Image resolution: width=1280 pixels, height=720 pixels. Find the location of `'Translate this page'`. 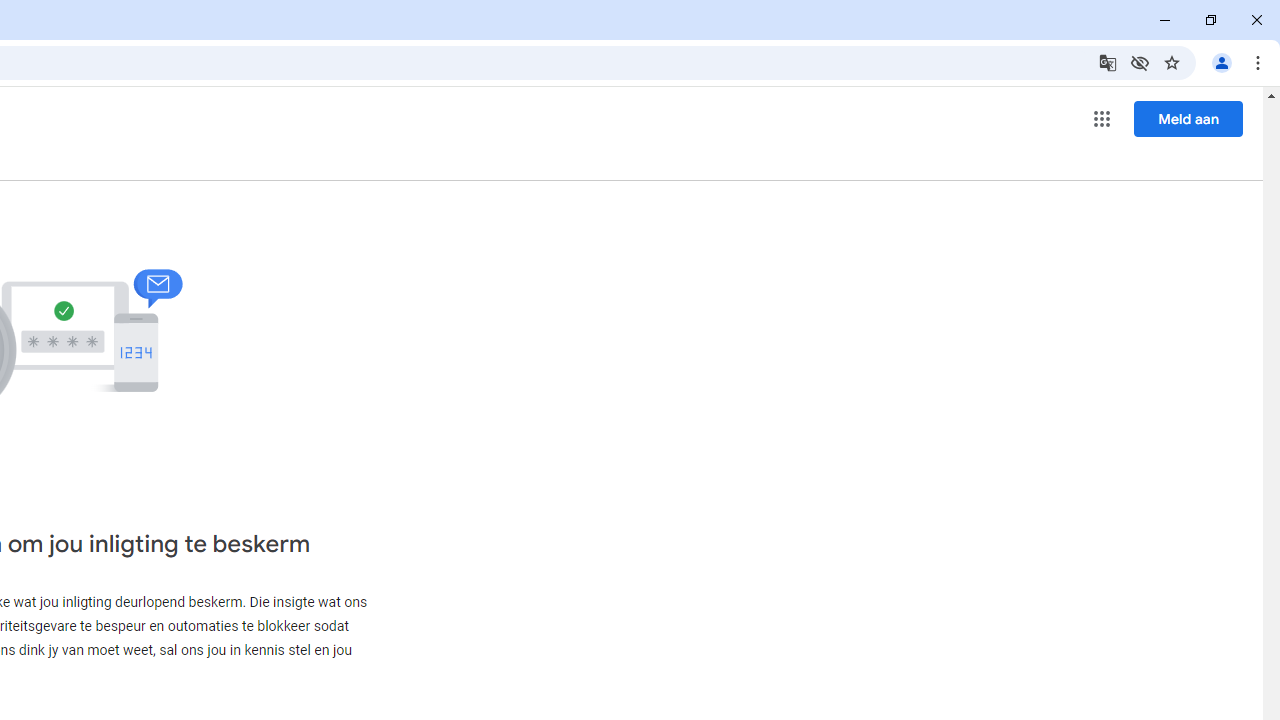

'Translate this page' is located at coordinates (1106, 61).